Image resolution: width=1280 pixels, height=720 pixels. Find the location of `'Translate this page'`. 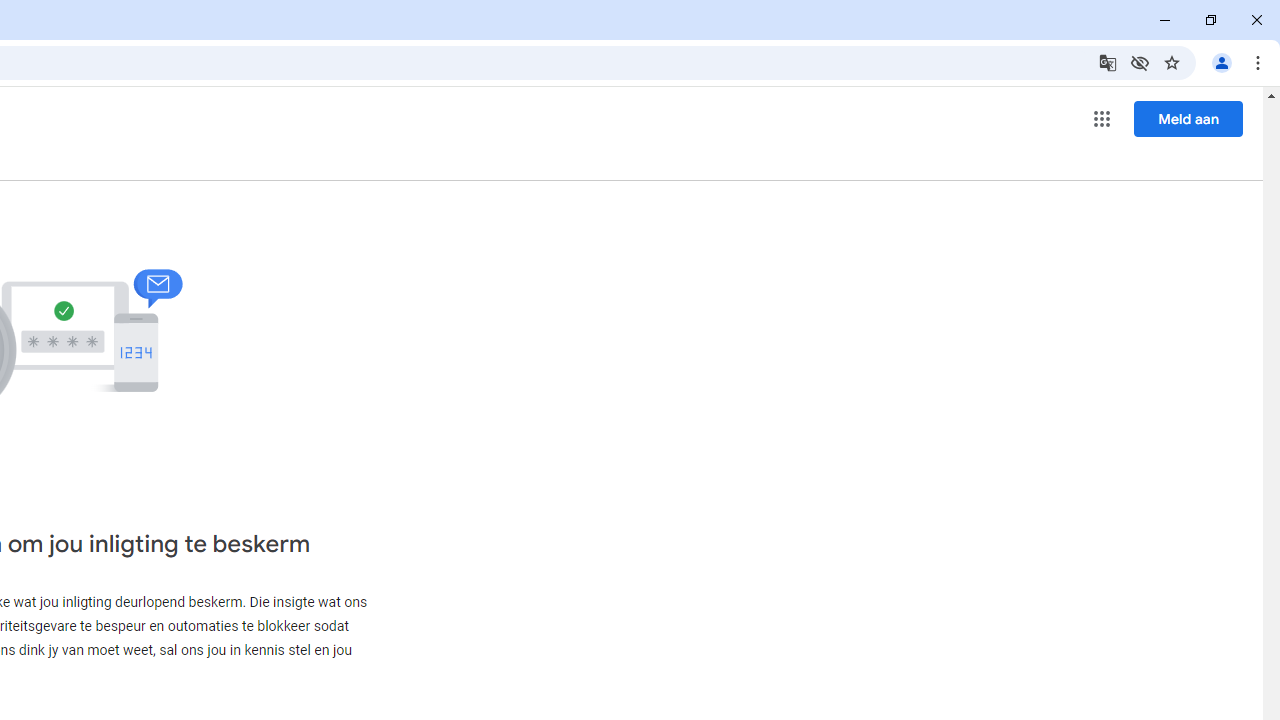

'Translate this page' is located at coordinates (1106, 61).